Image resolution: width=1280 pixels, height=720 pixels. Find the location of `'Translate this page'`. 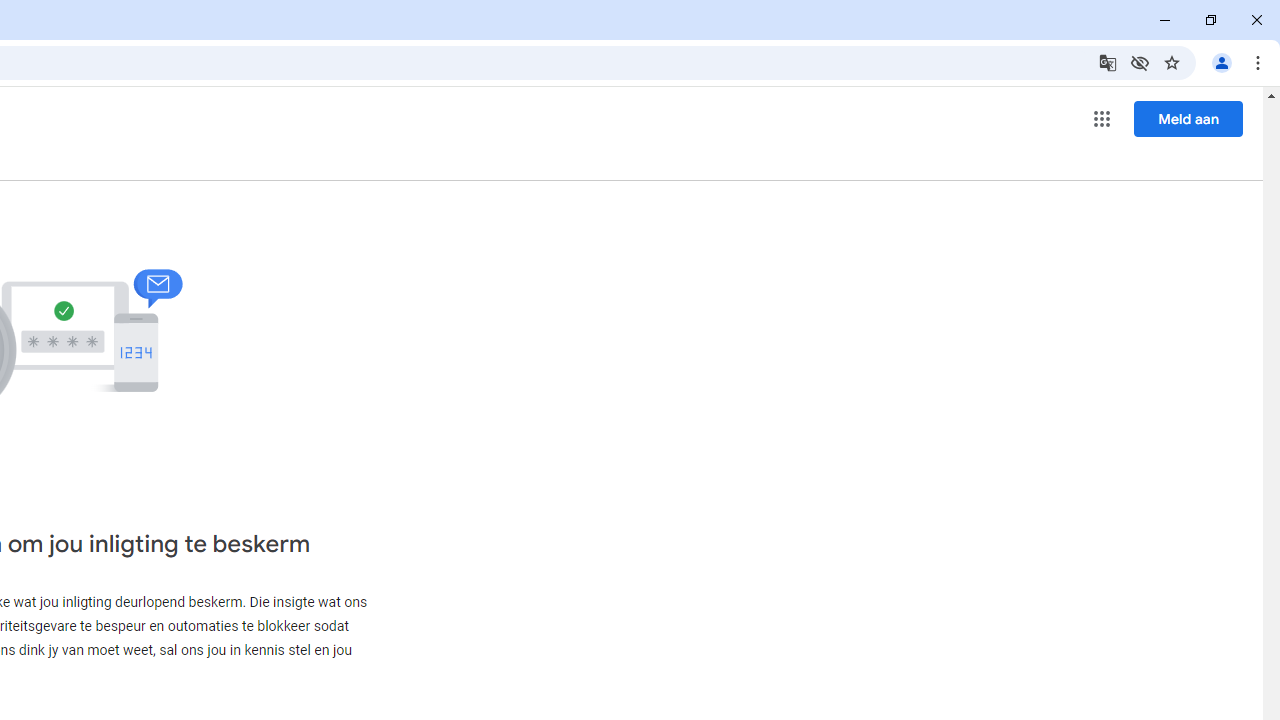

'Translate this page' is located at coordinates (1106, 61).